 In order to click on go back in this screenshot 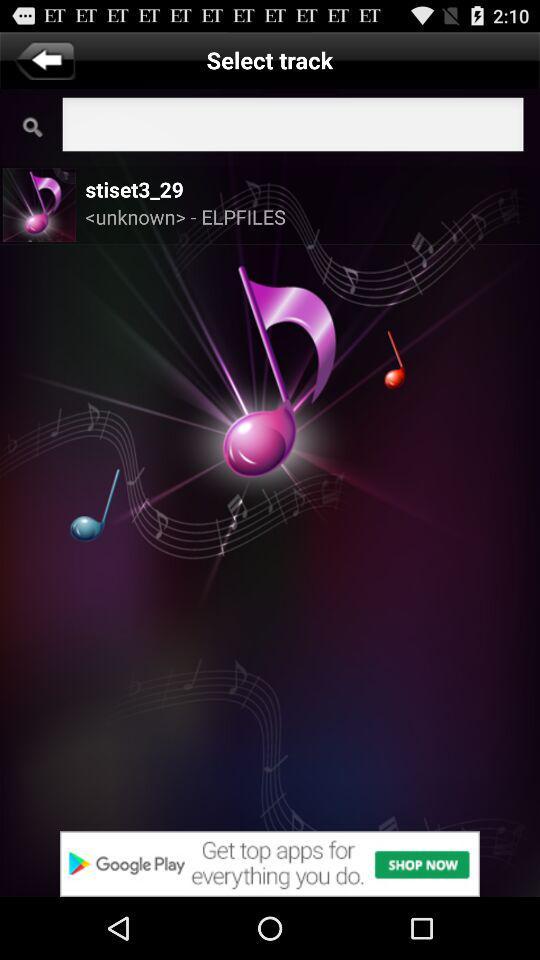, I will do `click(44, 59)`.